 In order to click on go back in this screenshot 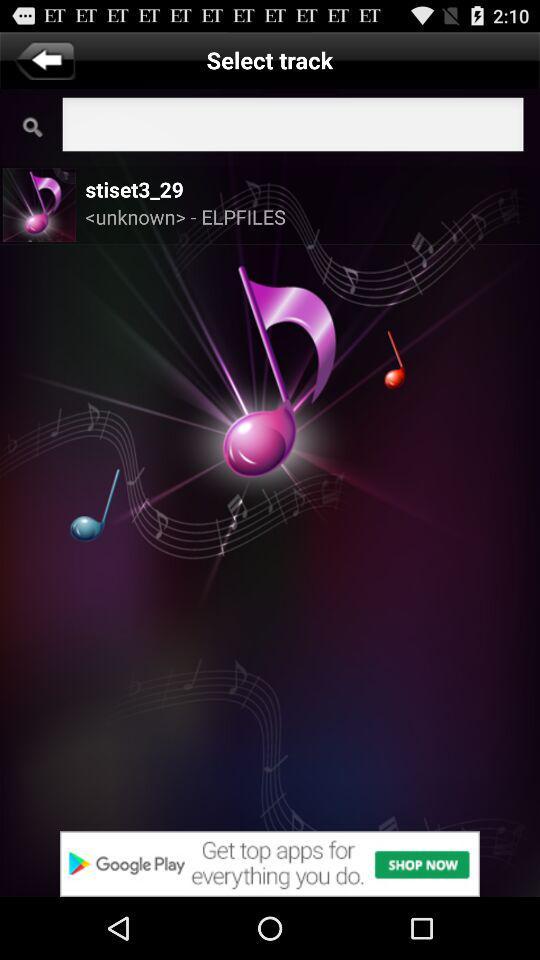, I will do `click(44, 59)`.